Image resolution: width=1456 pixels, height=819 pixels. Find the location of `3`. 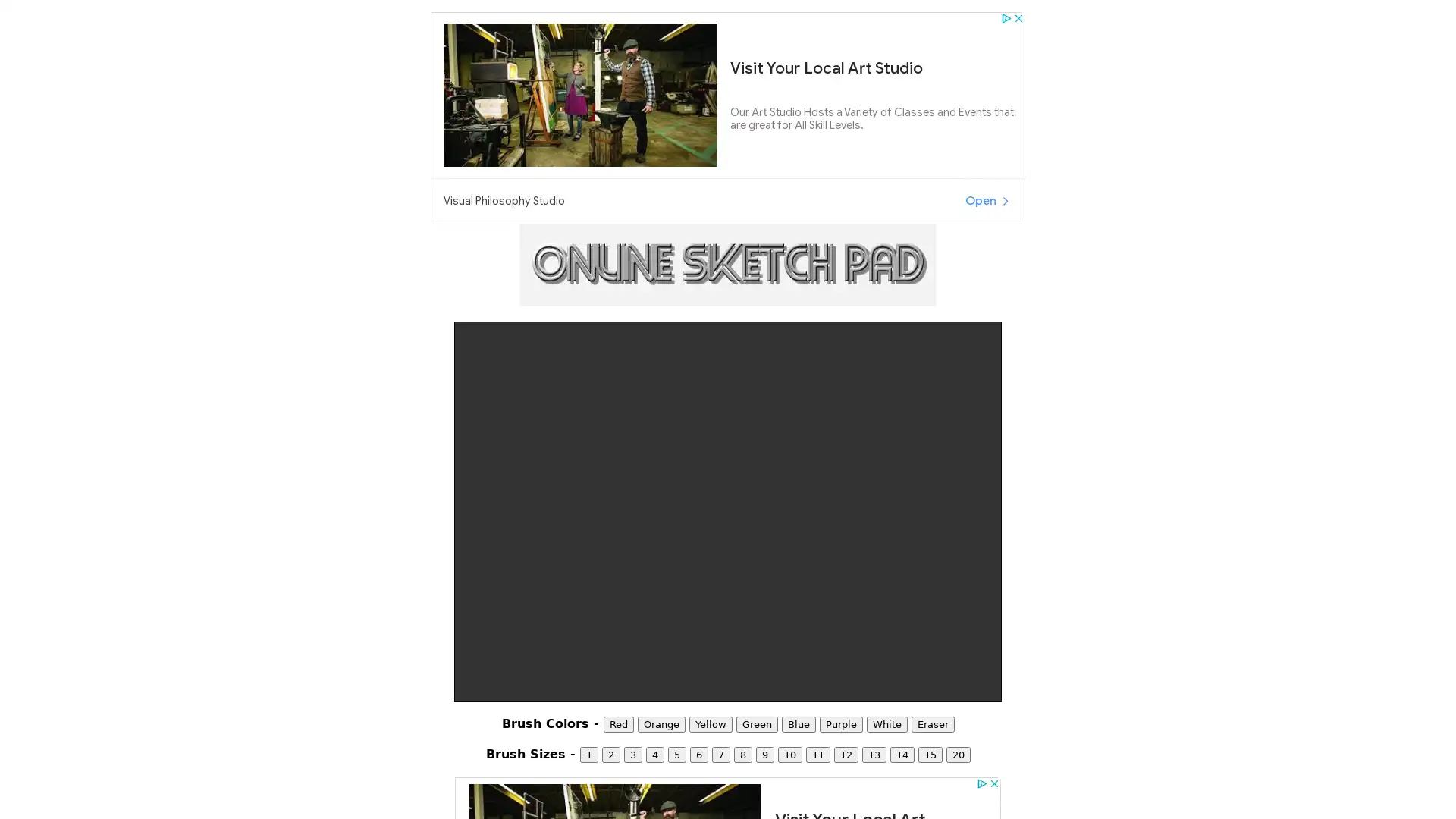

3 is located at coordinates (632, 755).